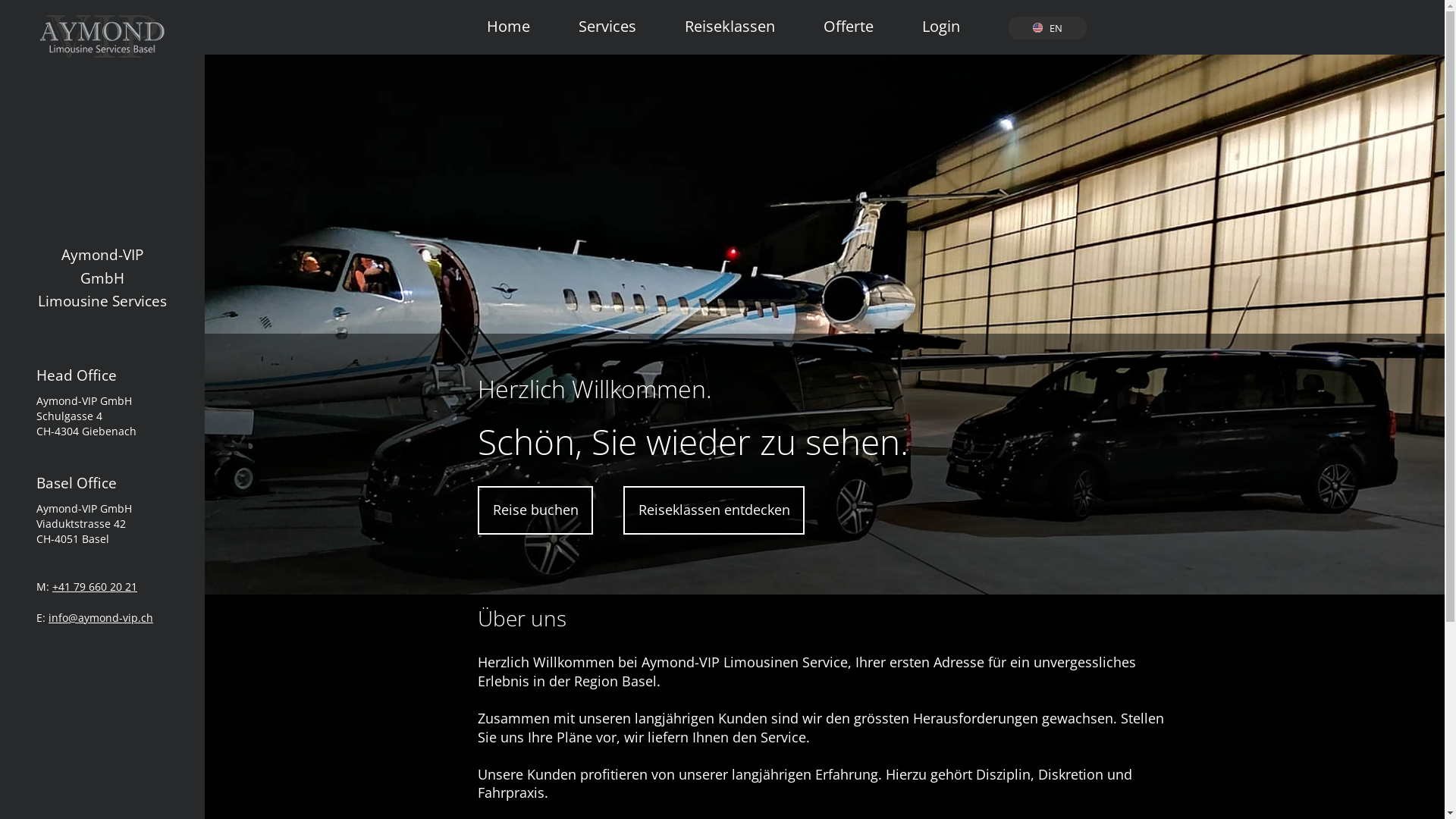  Describe the element at coordinates (730, 18) in the screenshot. I see `'Reiseklassen'` at that location.